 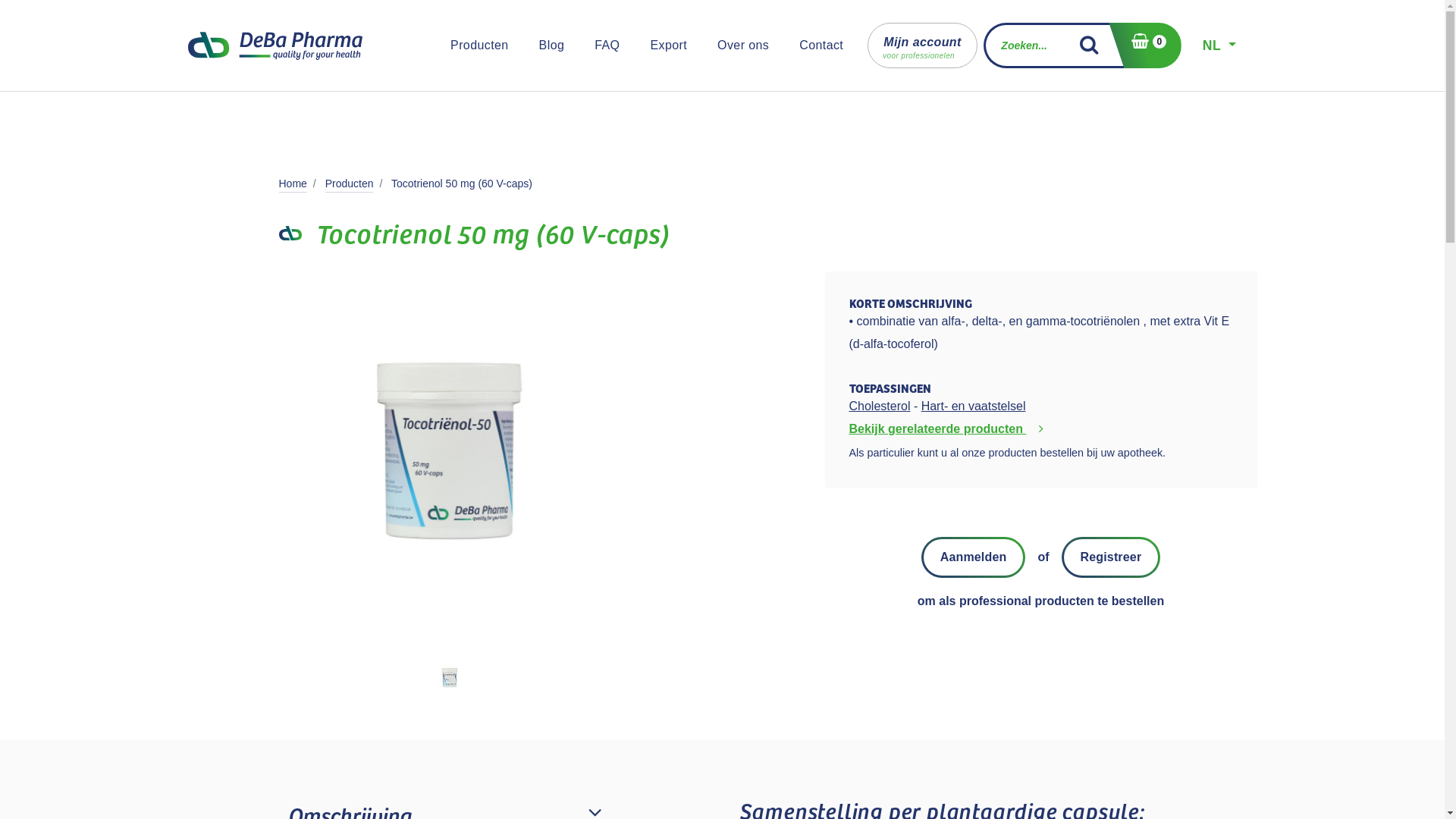 I want to click on 'Producten', so click(x=348, y=183).